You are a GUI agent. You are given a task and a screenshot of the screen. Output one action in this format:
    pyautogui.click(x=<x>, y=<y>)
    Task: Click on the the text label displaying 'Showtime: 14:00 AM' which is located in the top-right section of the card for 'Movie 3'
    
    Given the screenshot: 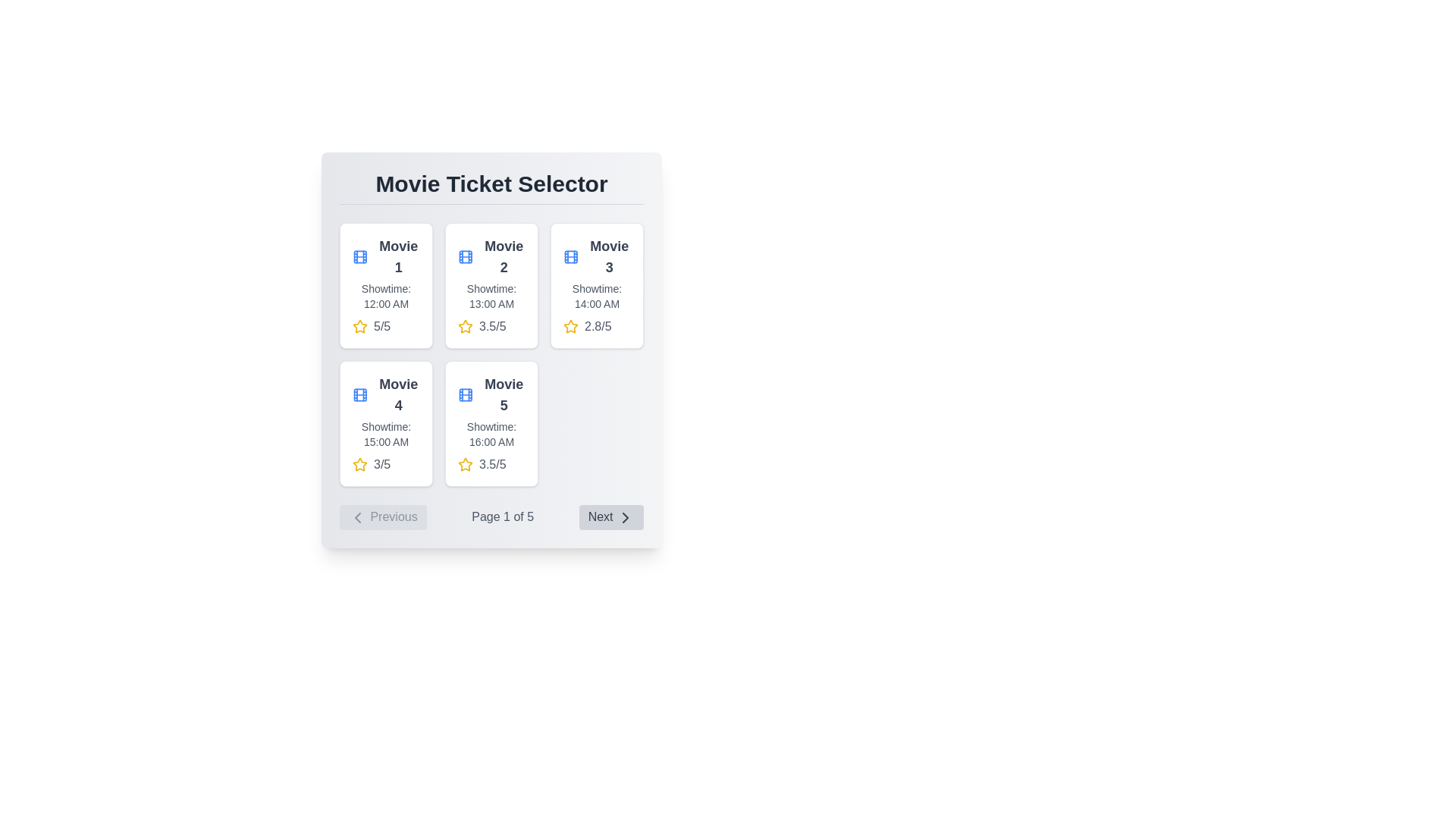 What is the action you would take?
    pyautogui.click(x=596, y=296)
    